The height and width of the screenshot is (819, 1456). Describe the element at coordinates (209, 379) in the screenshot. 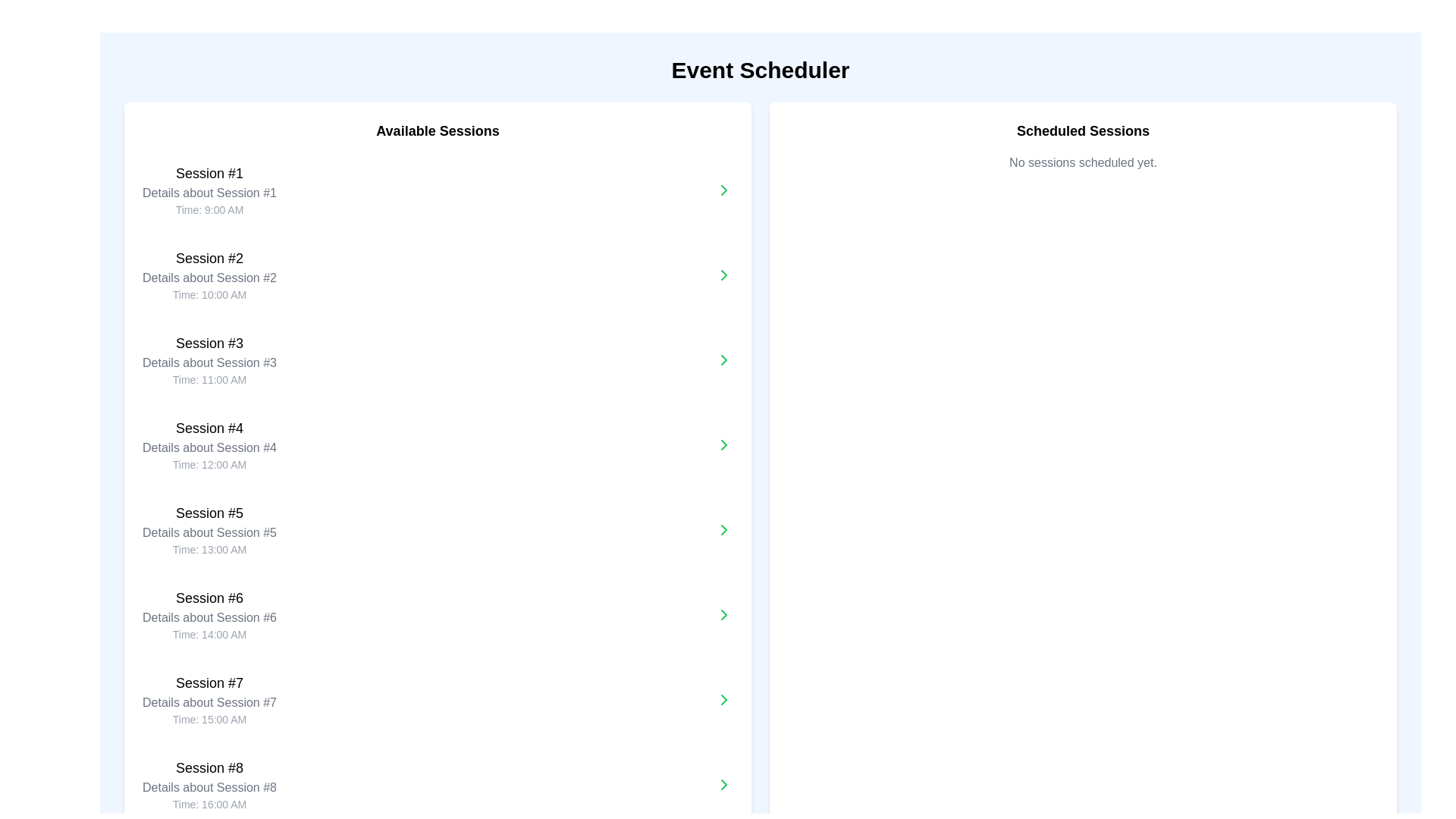

I see `the text label displaying 'Time: 11:00 AM' located beneath 'Session #3' in the 'Available Sessions' section` at that location.